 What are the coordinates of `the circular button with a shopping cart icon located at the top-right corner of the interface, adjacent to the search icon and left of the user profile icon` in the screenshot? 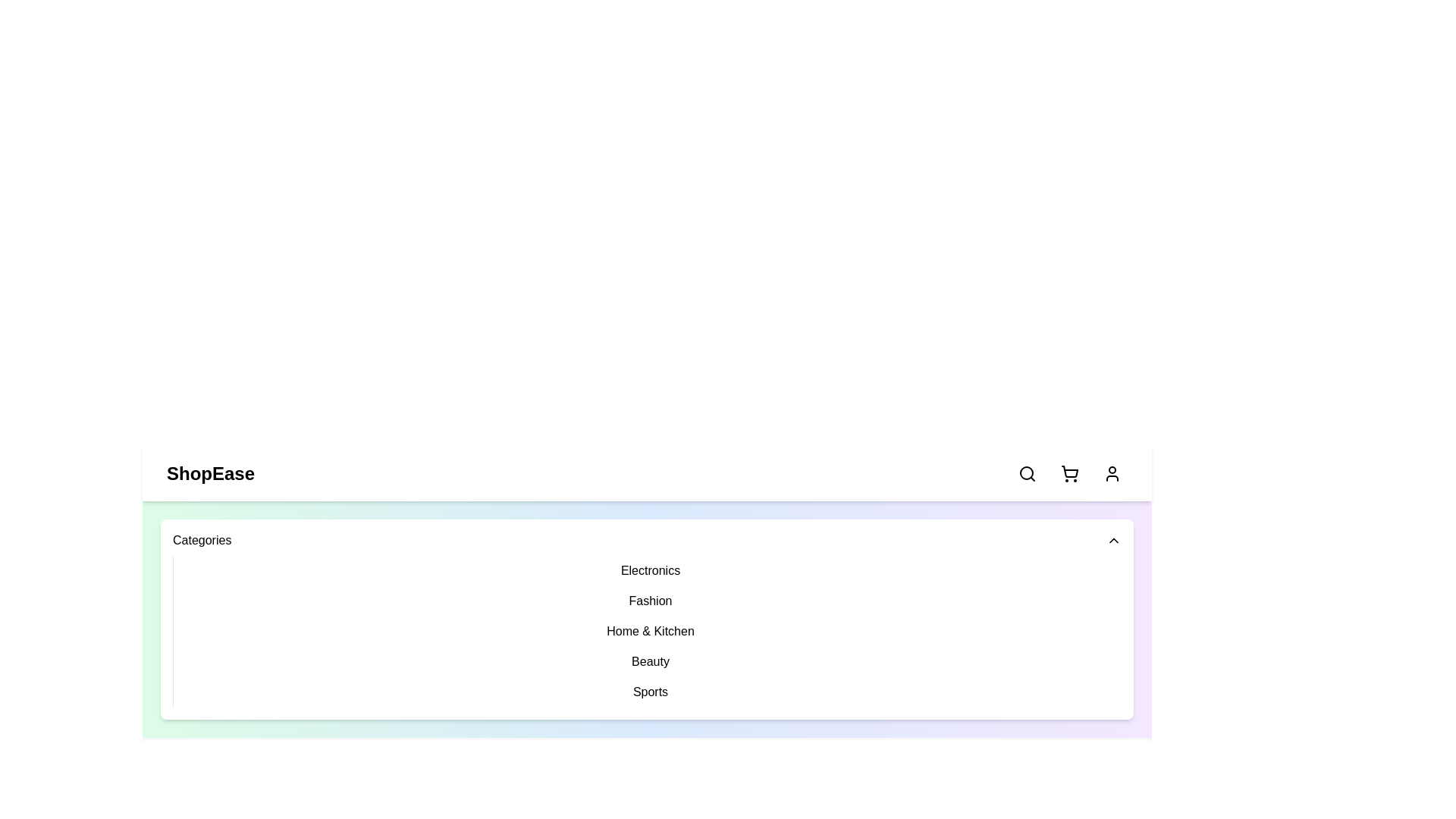 It's located at (1069, 472).